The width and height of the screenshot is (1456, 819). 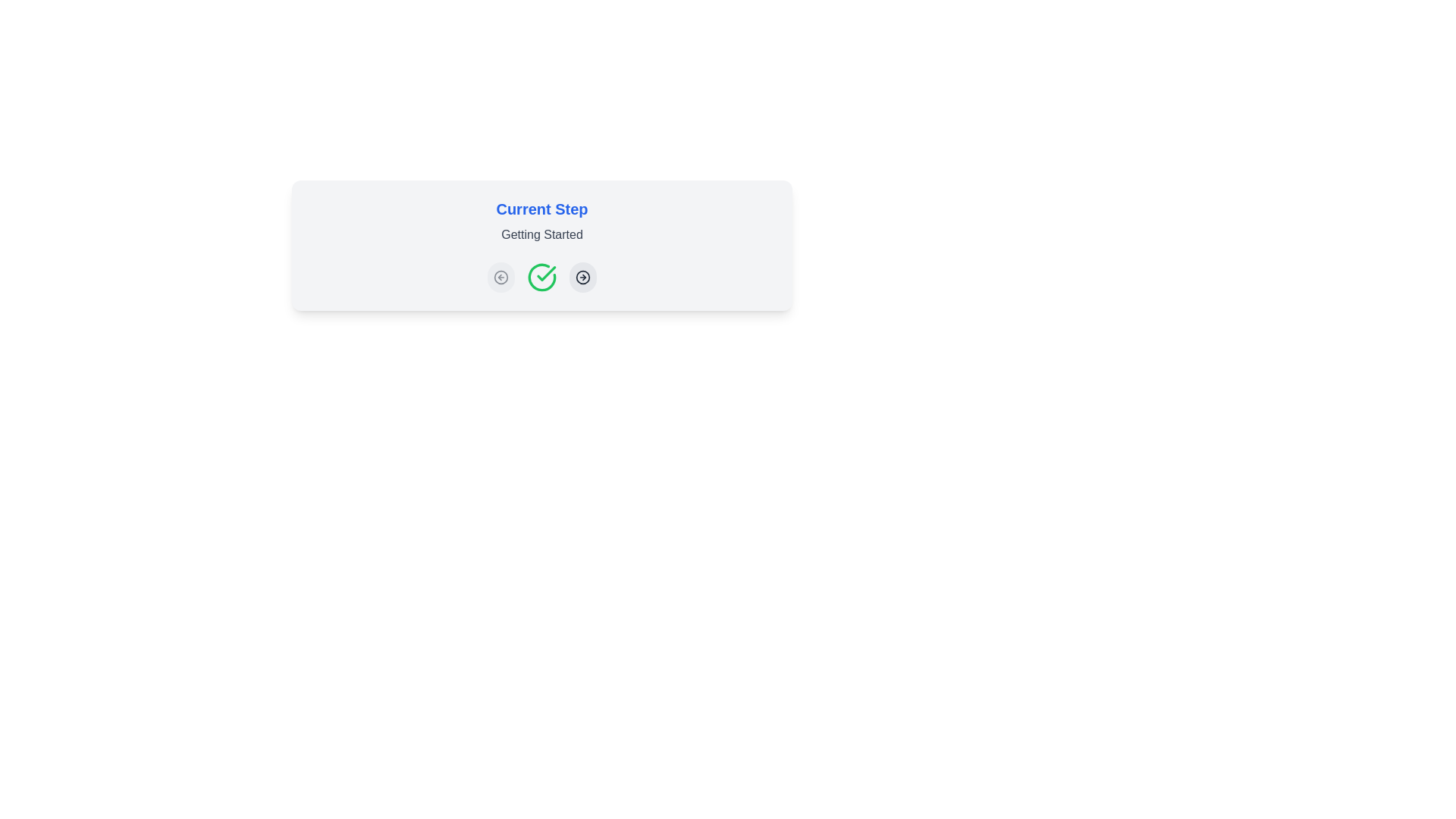 I want to click on the rightward arrow icon enclosed within a circle, which is part of the group of three circular action icons located centrally below the 'Current Step' text, so click(x=582, y=278).